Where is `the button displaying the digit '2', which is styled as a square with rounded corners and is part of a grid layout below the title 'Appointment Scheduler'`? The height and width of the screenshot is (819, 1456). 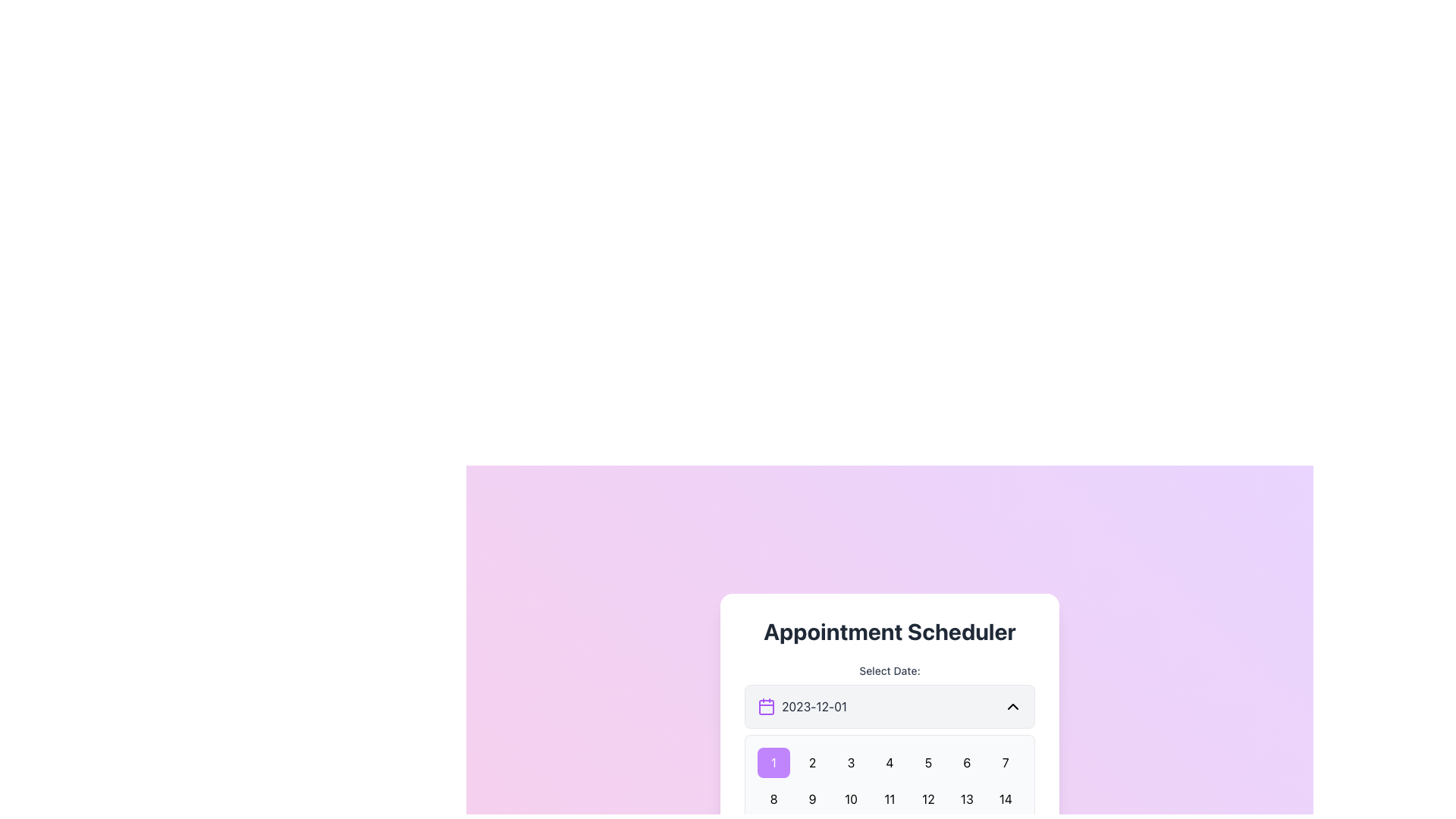
the button displaying the digit '2', which is styled as a square with rounded corners and is part of a grid layout below the title 'Appointment Scheduler' is located at coordinates (811, 763).